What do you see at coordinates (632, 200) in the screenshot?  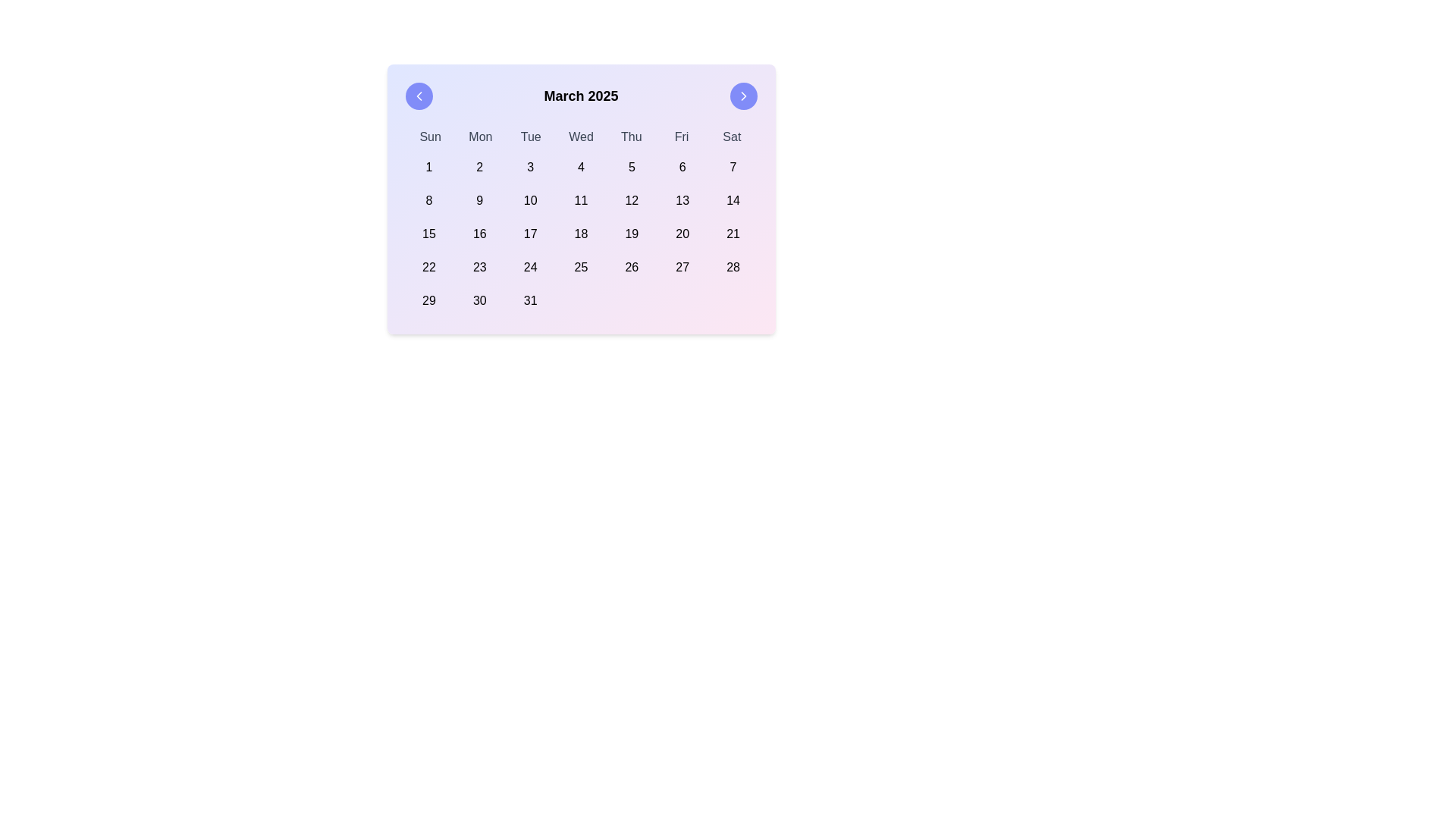 I see `the square-shaped button with a light purple background displaying the number '12' in bold black font` at bounding box center [632, 200].